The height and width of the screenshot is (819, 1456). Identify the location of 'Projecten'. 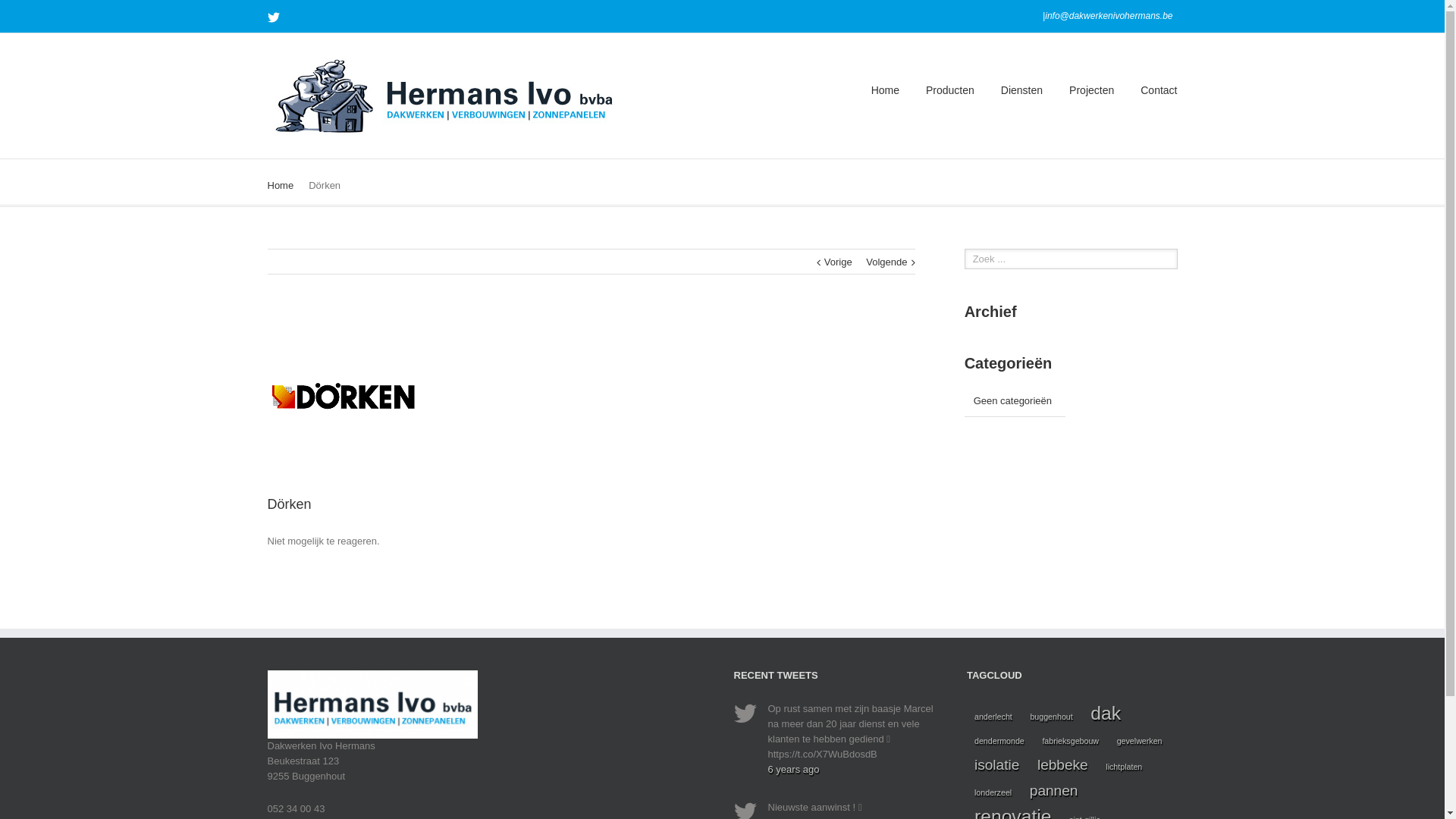
(1090, 89).